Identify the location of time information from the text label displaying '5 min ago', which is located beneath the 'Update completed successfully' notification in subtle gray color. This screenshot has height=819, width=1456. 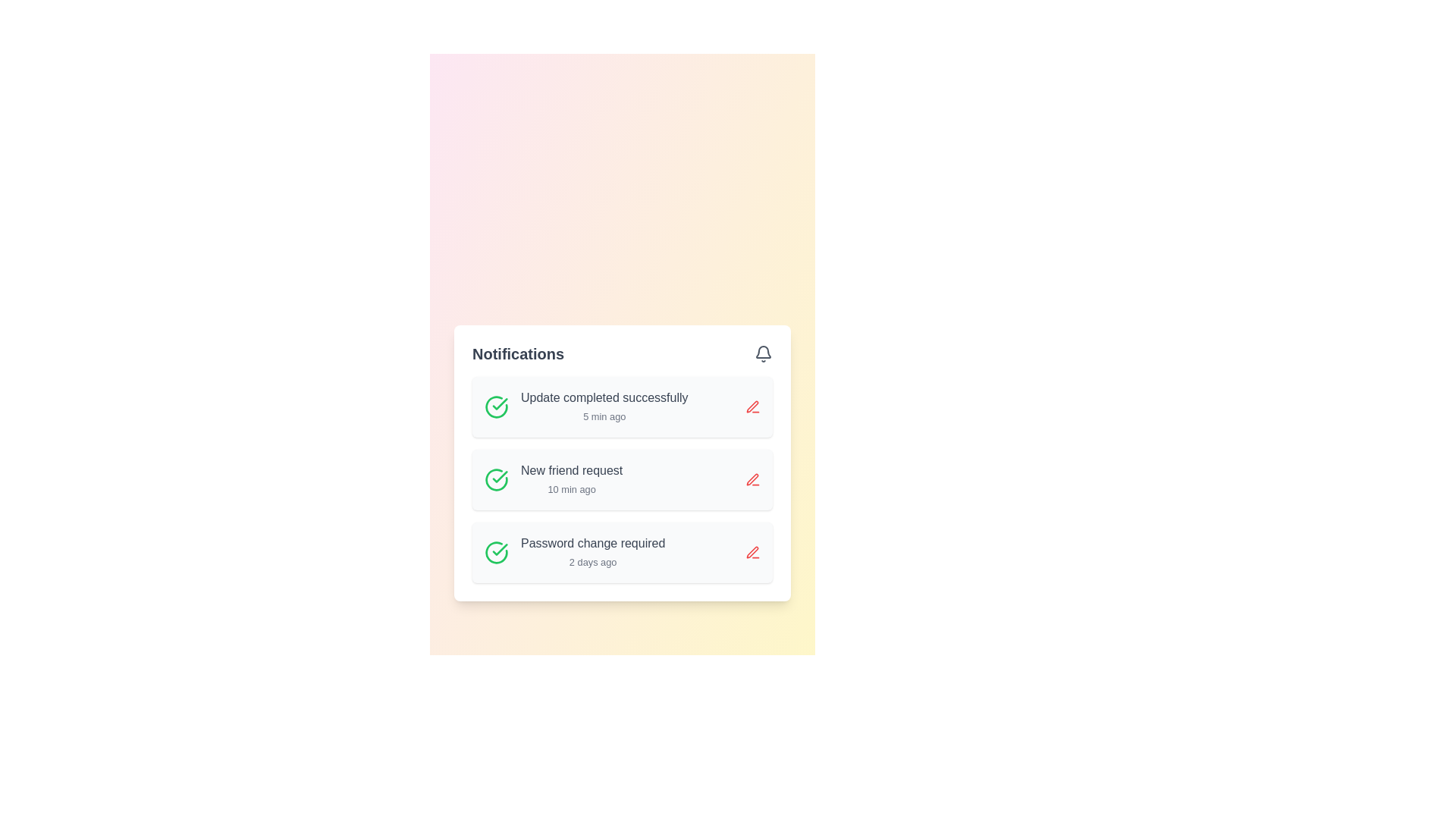
(604, 416).